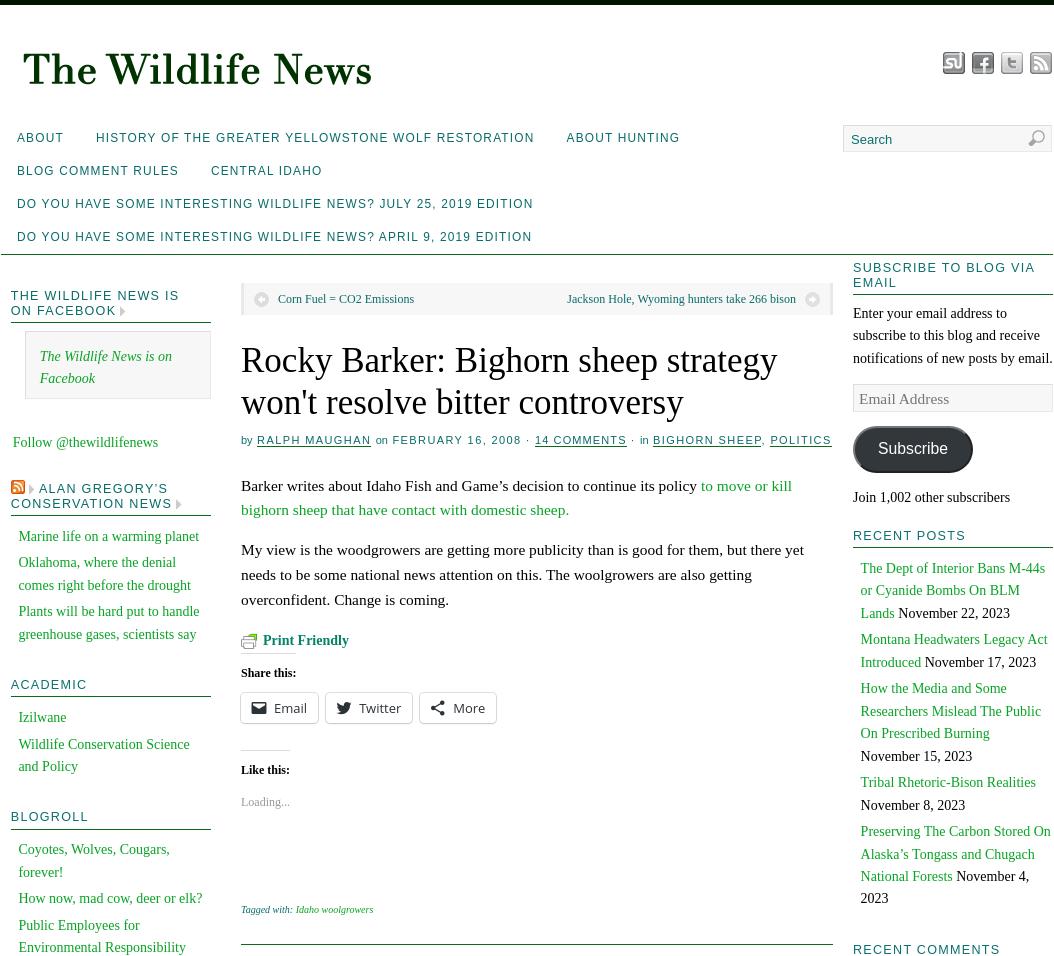 Image resolution: width=1054 pixels, height=956 pixels. What do you see at coordinates (241, 800) in the screenshot?
I see `'Loading...'` at bounding box center [241, 800].